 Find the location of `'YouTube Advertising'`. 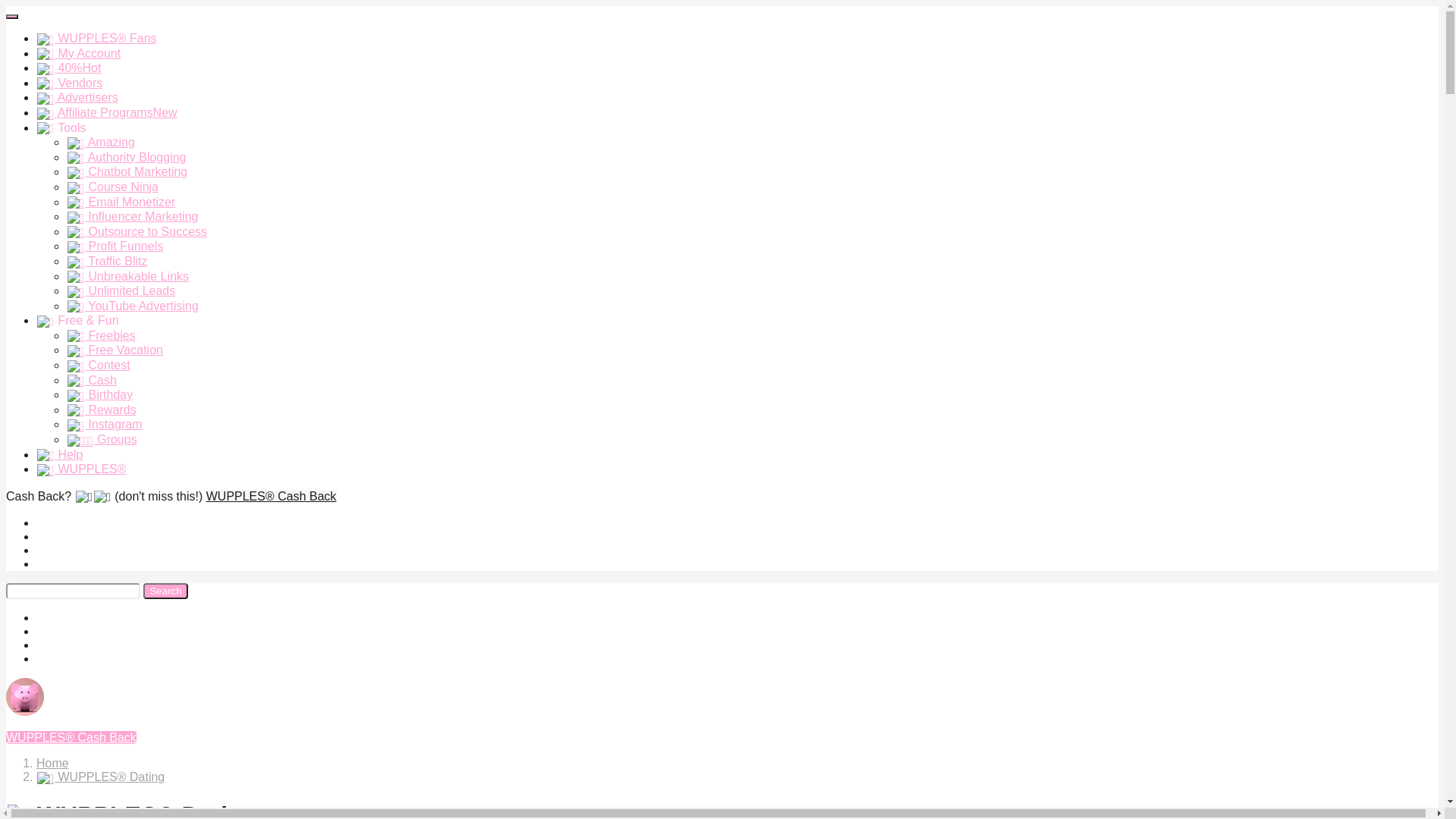

'YouTube Advertising' is located at coordinates (132, 306).